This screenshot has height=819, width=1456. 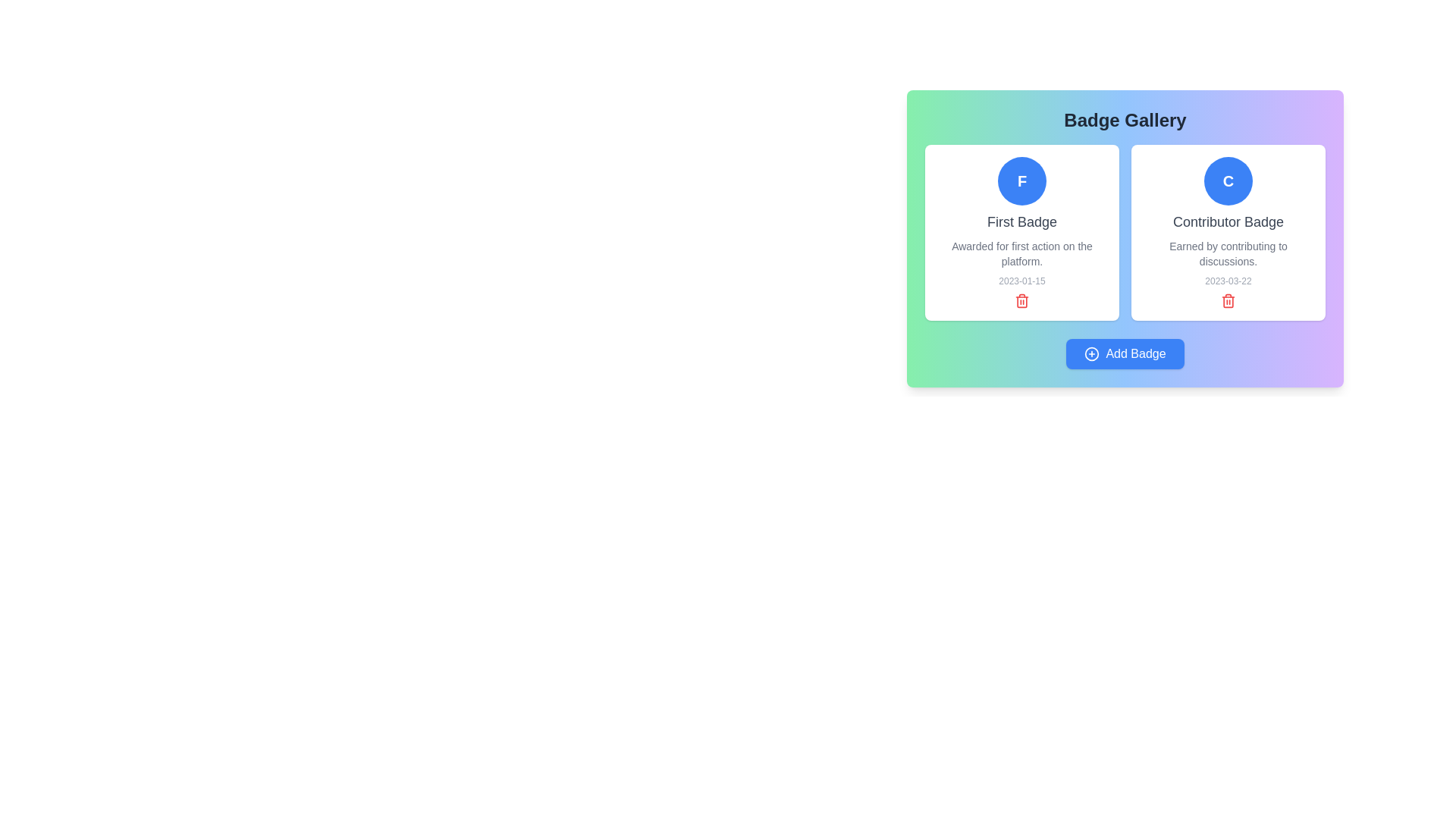 I want to click on the static text block that describes the 'First Badge' located in the bottom half of the left card in the 'Badge Gallery' section, so click(x=1022, y=253).